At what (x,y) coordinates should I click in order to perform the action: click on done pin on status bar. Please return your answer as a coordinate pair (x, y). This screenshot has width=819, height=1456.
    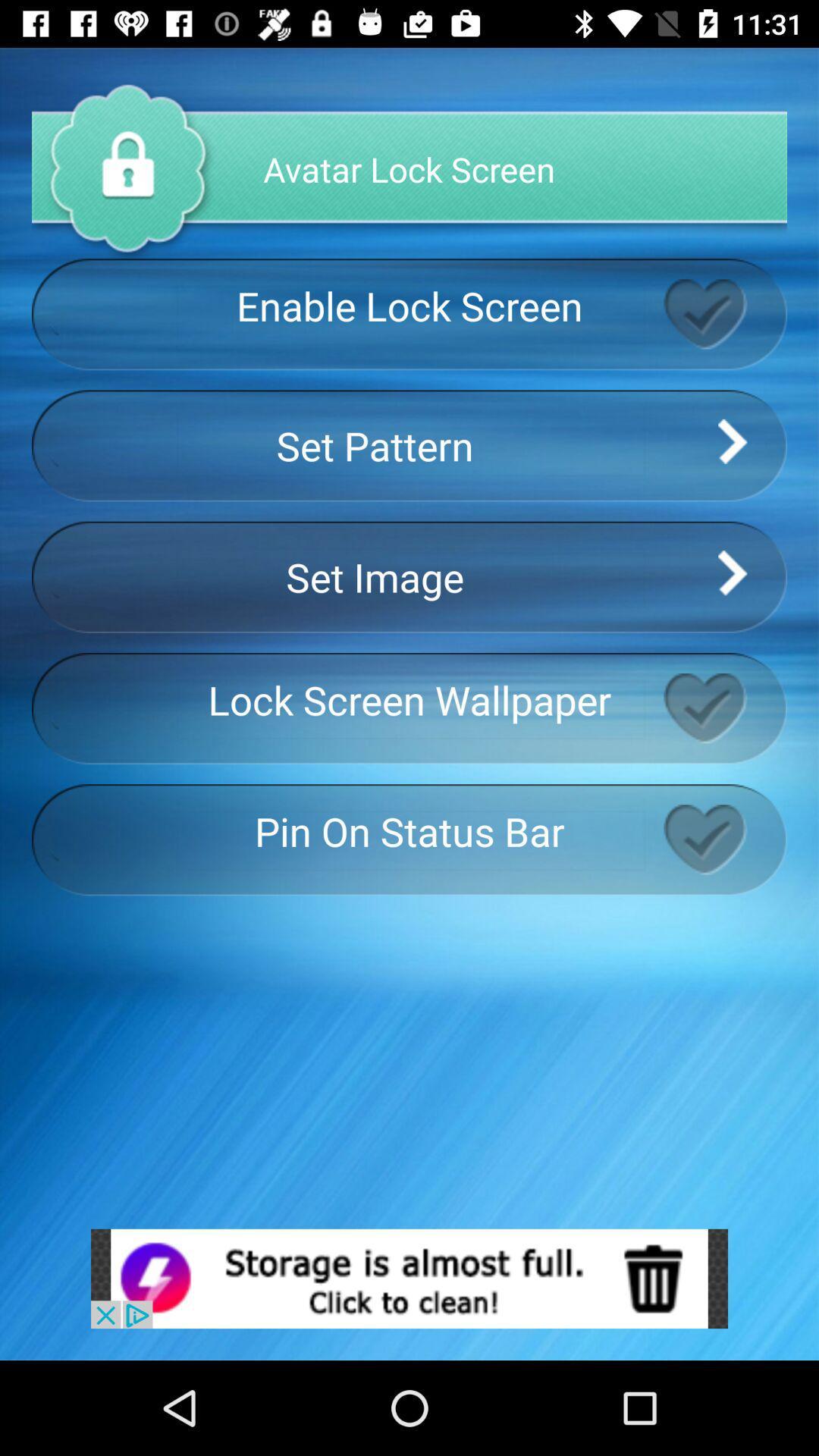
    Looking at the image, I should click on (724, 839).